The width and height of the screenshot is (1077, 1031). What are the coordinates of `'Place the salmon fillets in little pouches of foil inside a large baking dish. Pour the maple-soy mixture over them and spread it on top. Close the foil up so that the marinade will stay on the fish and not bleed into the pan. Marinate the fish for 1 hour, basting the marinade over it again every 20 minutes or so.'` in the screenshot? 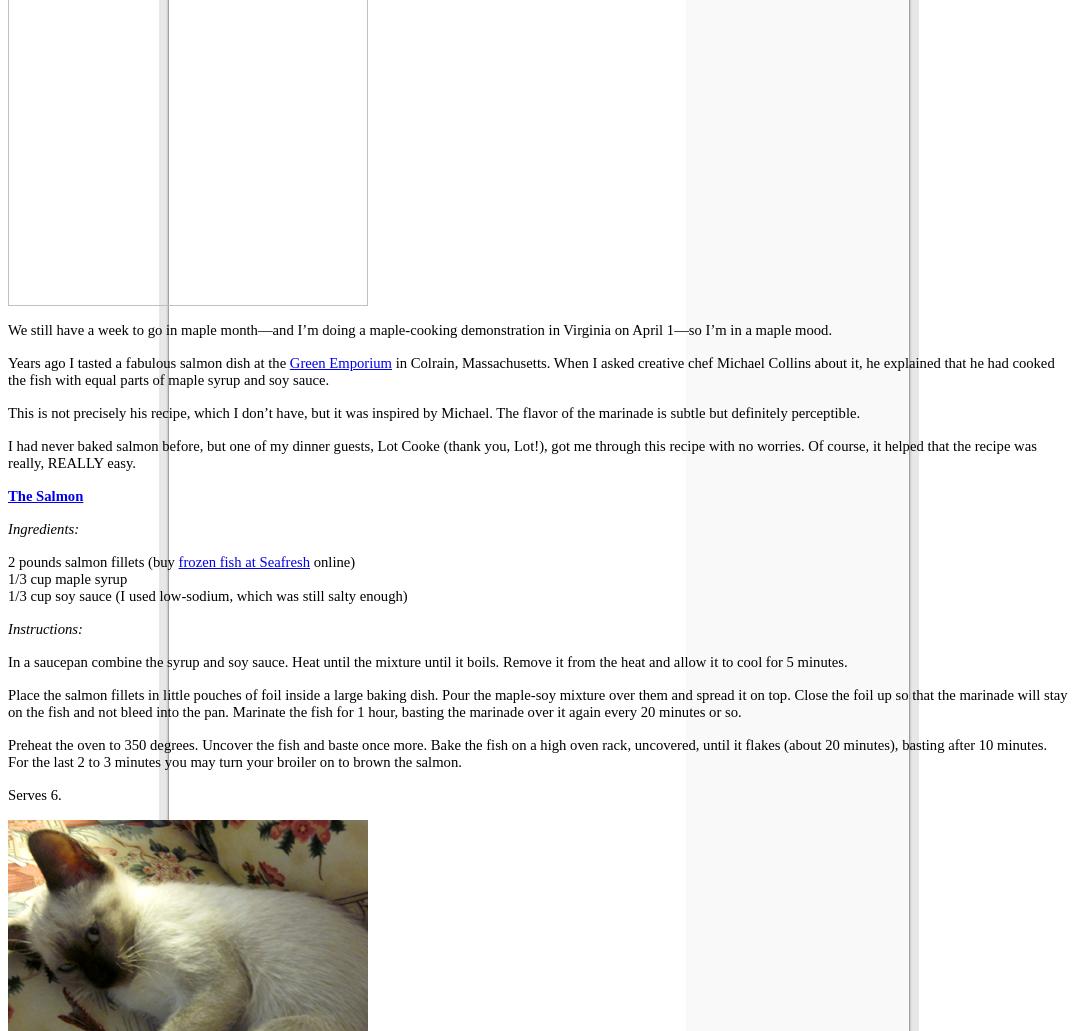 It's located at (536, 702).